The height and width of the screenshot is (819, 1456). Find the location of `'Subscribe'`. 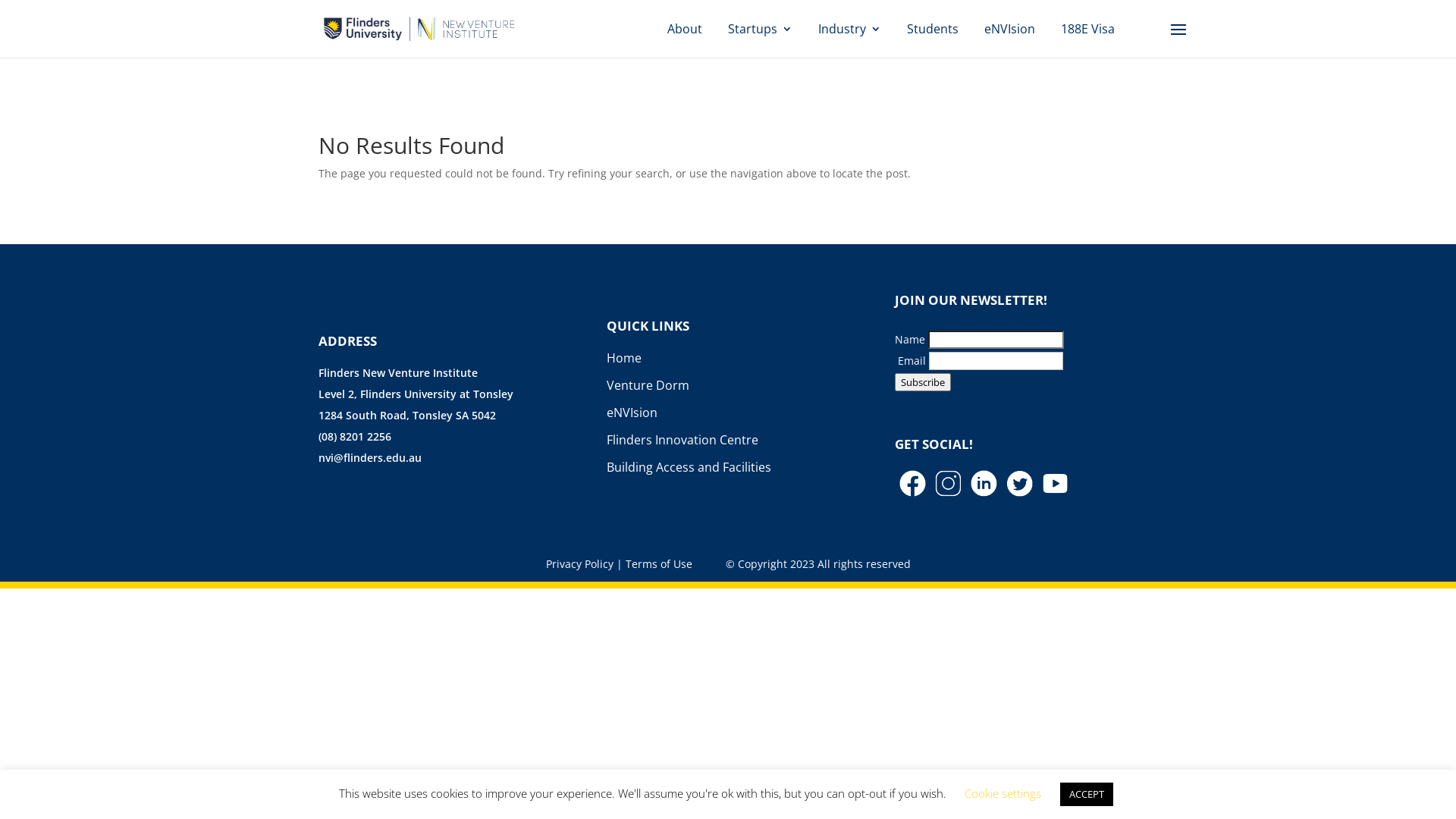

'Subscribe' is located at coordinates (922, 381).